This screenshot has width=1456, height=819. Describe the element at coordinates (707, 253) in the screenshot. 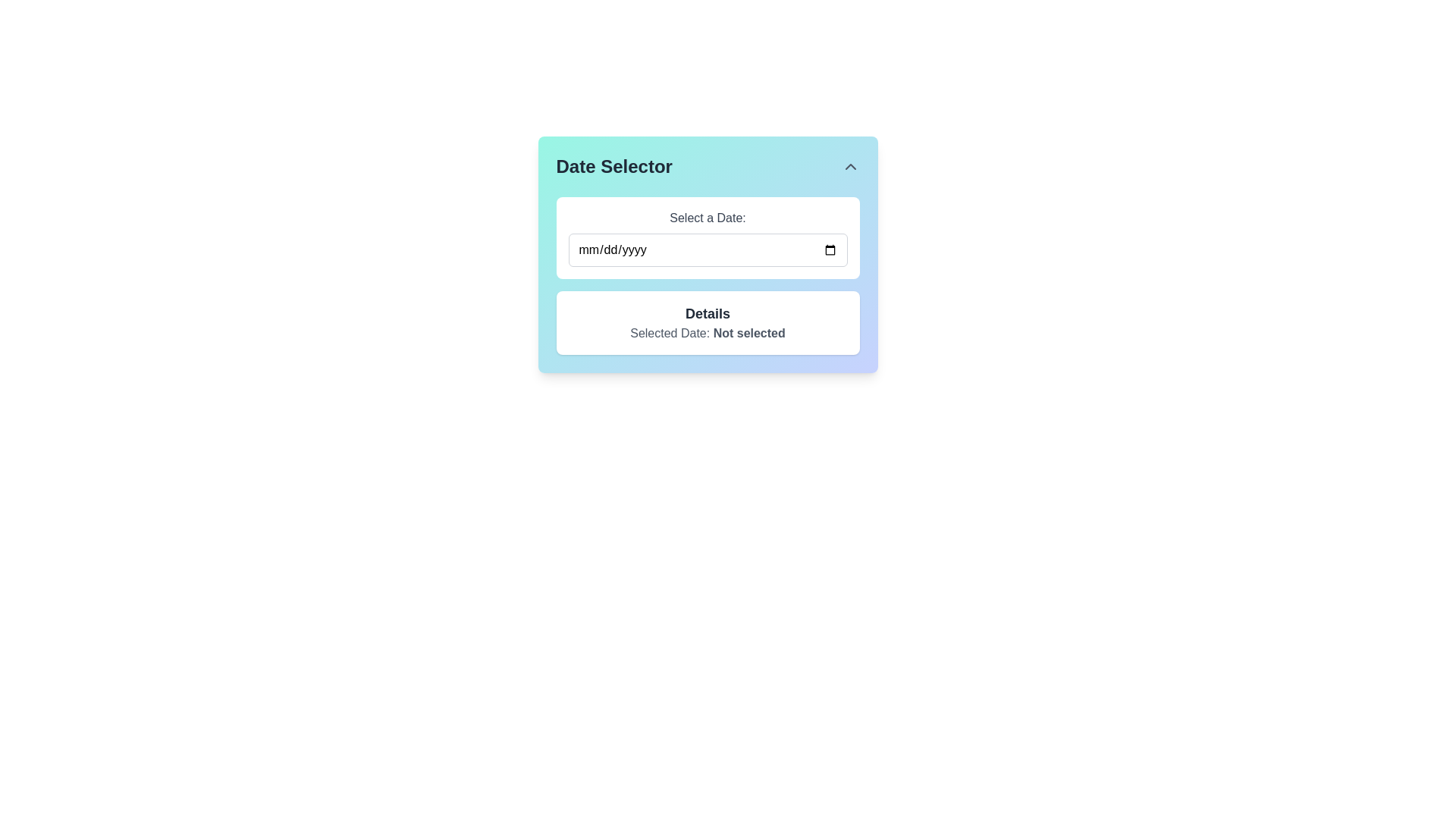

I see `the date input within the Interactive date selection panel, which has a gradient background and is labeled 'Date Selector'` at that location.